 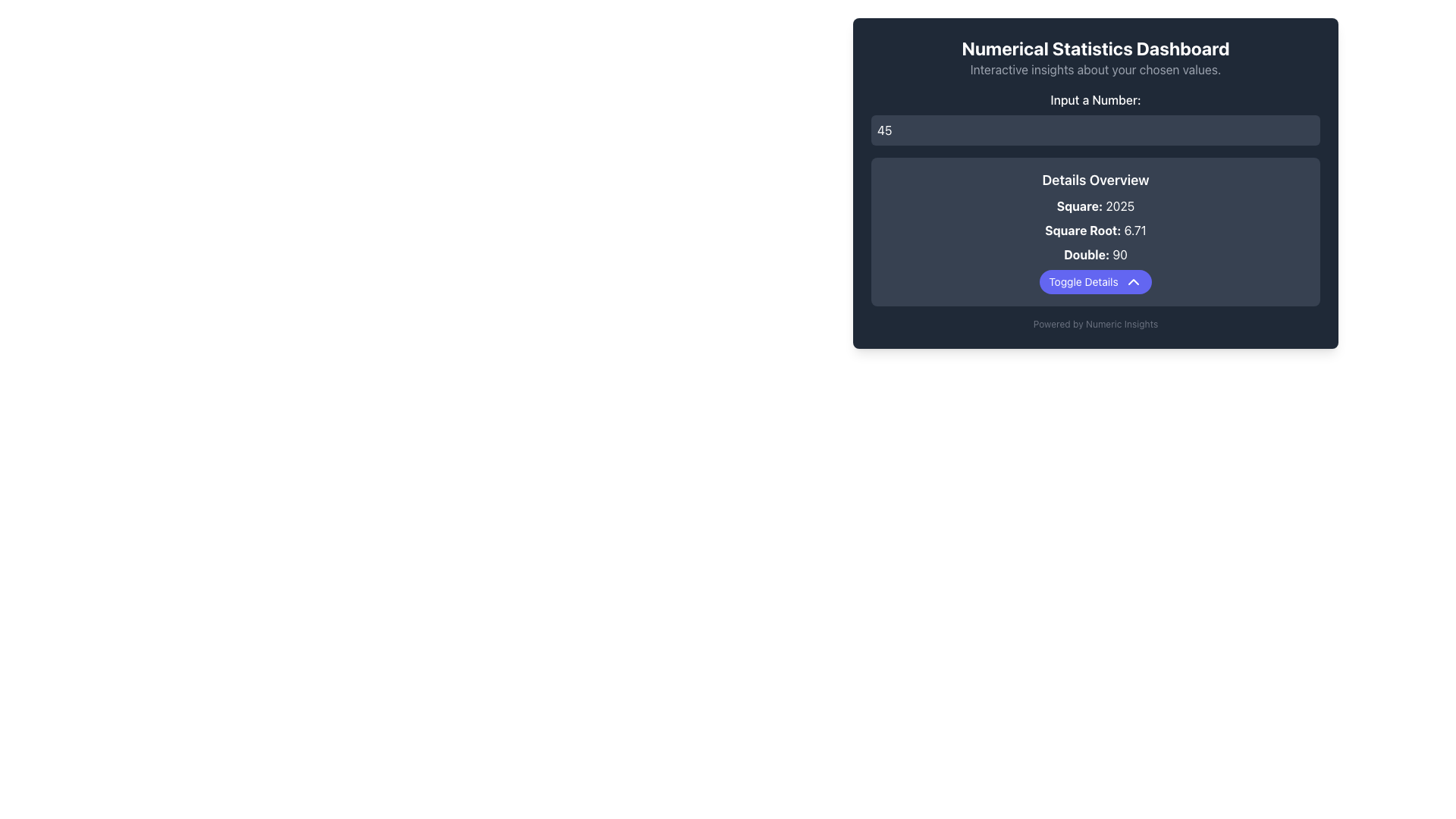 I want to click on the text label that reads 'Interactive insights about your chosen values.' located below the title 'Numerical Statistics Dashboard' in the header section of the dashboard, so click(x=1095, y=70).